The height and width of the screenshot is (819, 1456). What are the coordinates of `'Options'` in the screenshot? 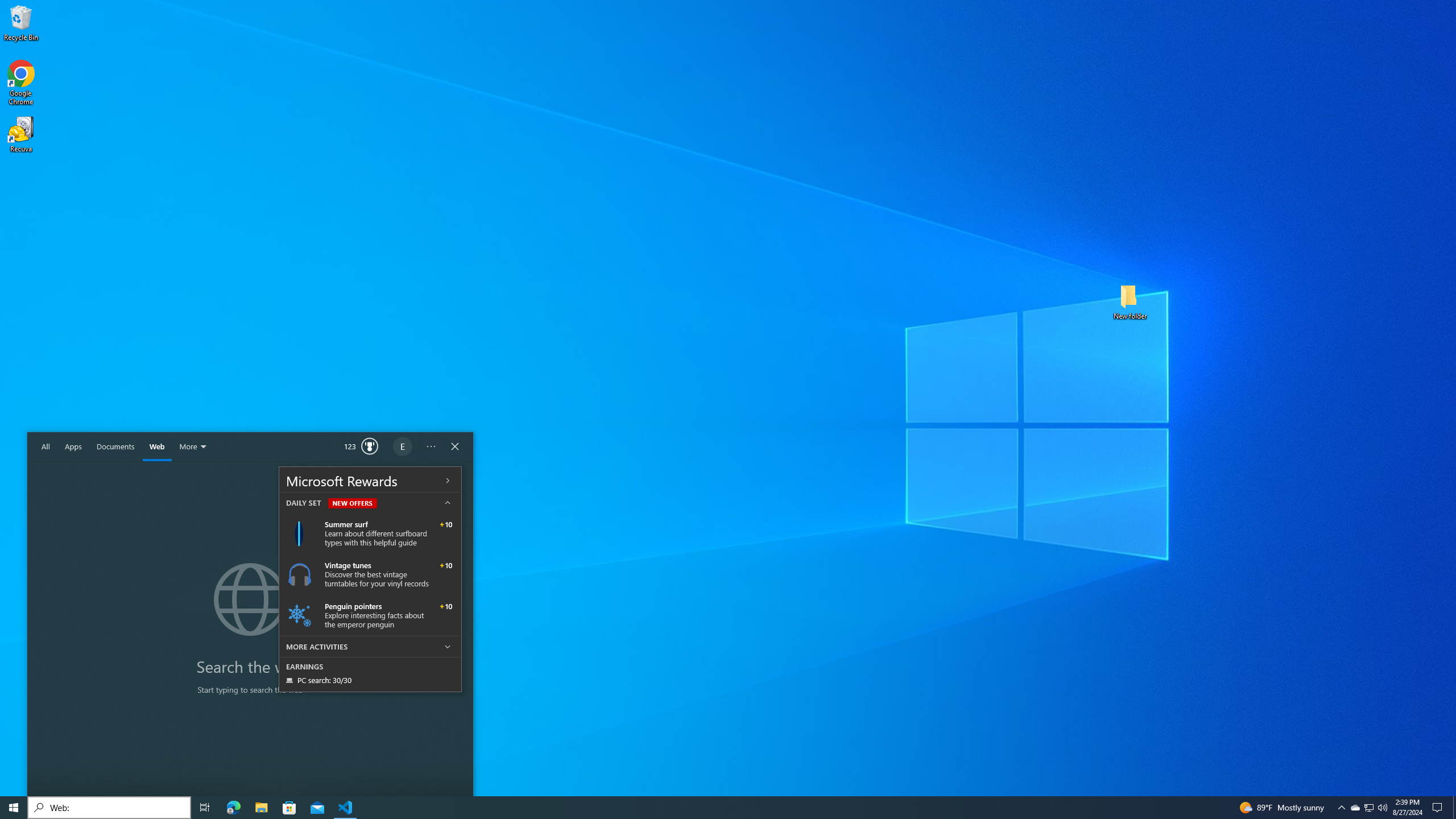 It's located at (431, 446).